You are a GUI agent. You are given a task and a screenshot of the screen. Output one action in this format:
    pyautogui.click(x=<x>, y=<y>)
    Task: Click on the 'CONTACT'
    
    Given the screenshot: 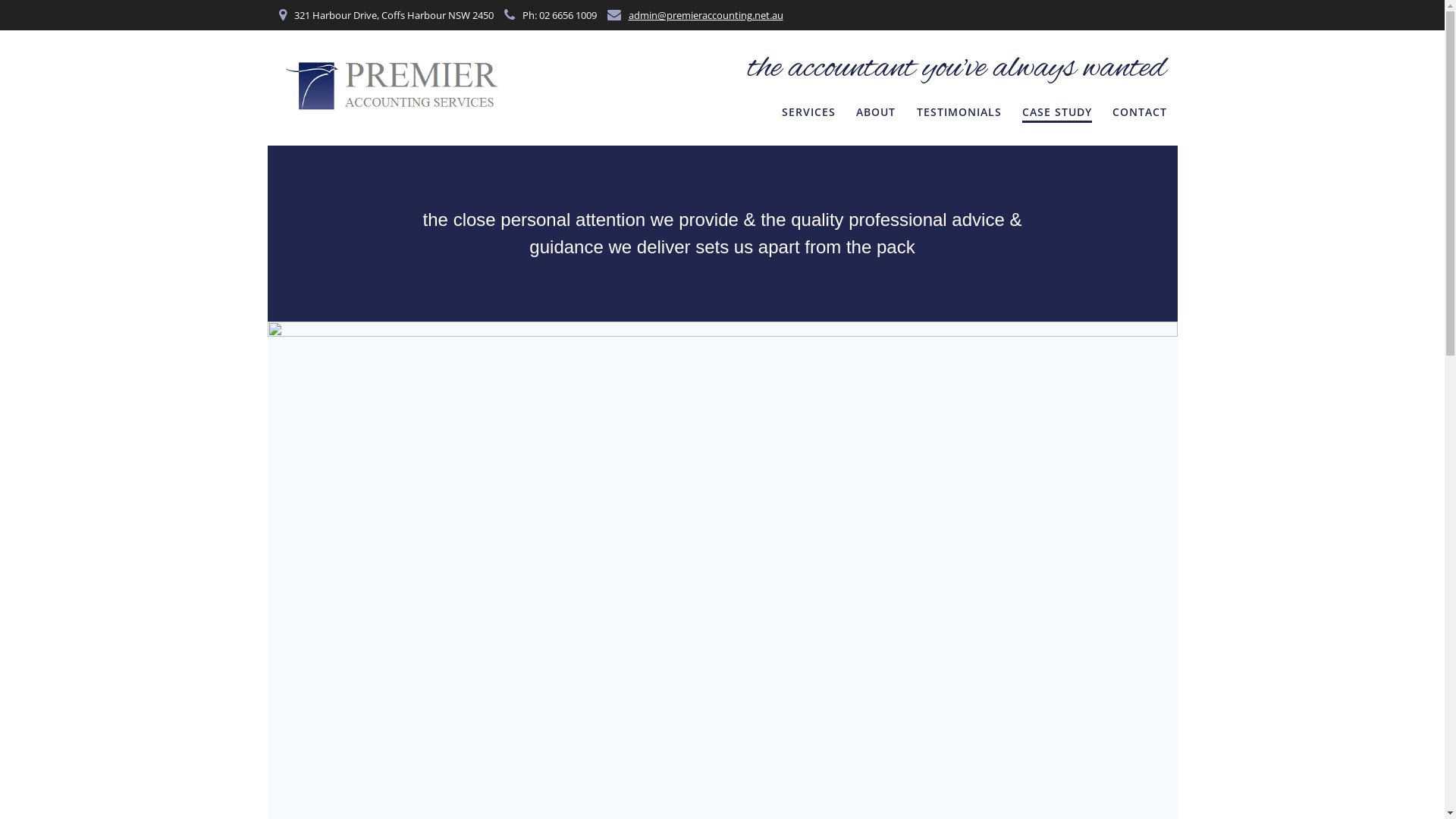 What is the action you would take?
    pyautogui.click(x=1112, y=112)
    